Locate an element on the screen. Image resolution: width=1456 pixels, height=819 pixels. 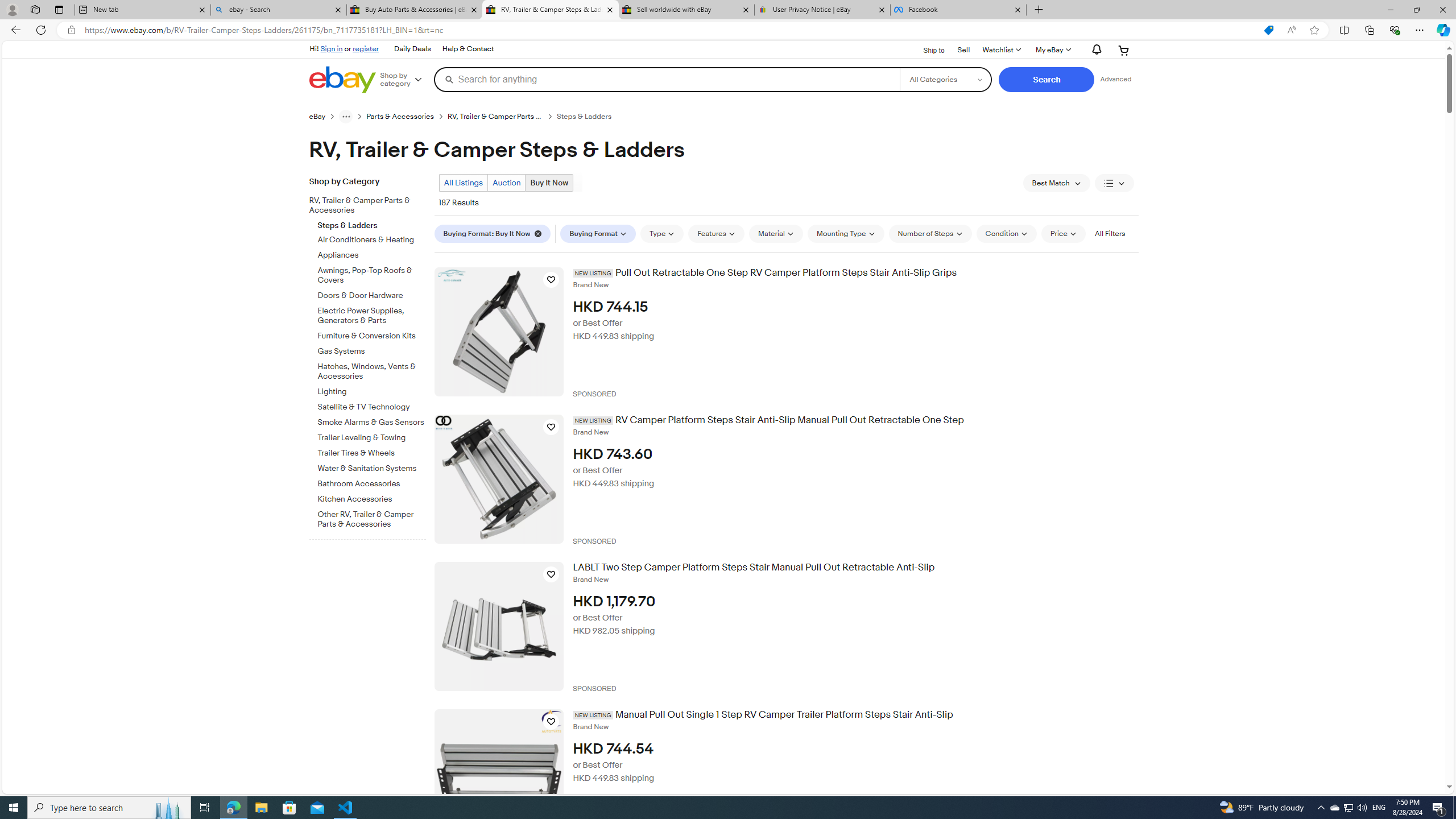
'Auction' is located at coordinates (506, 183).